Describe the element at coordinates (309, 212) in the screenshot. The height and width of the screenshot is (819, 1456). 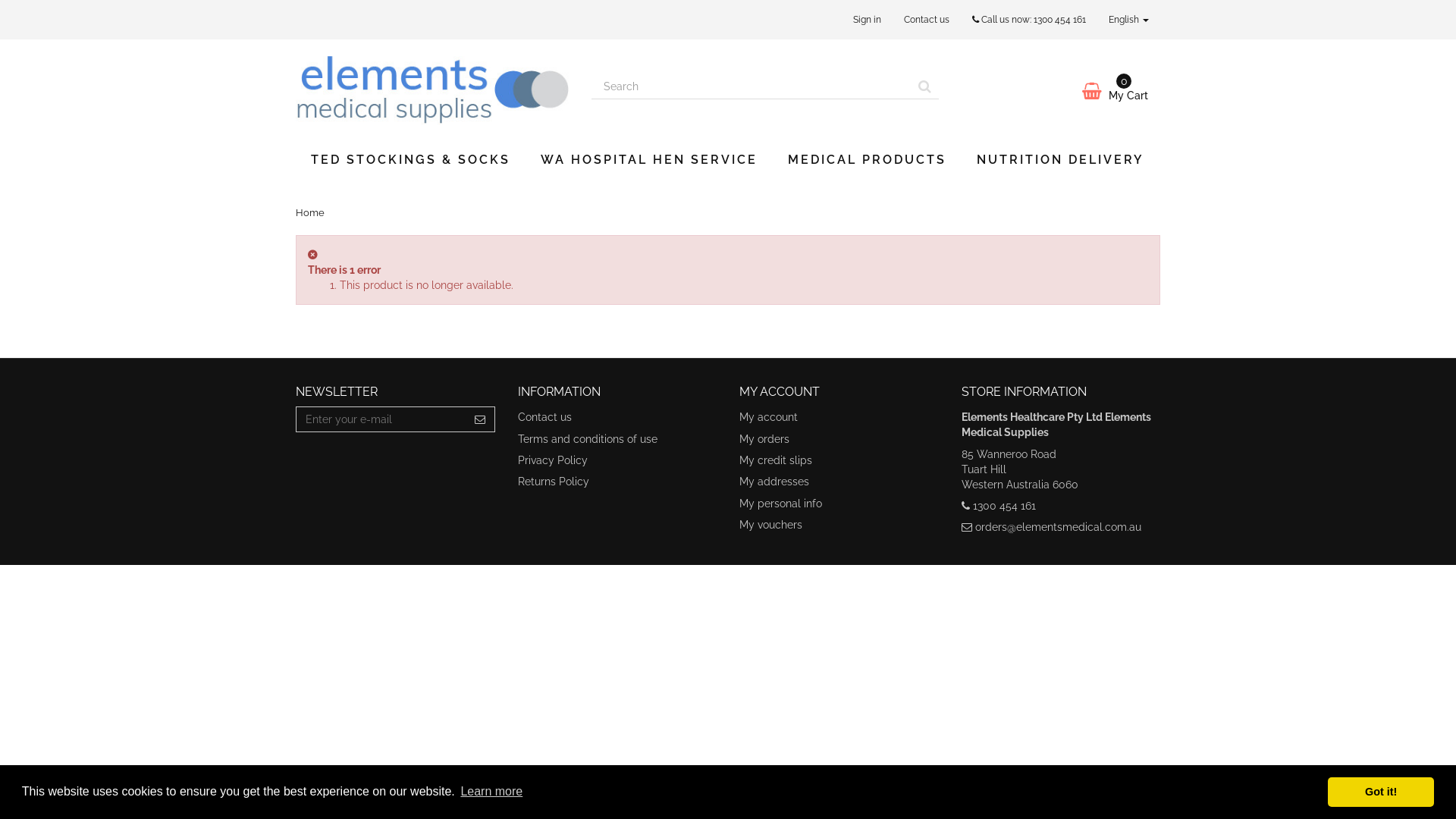
I see `'Home'` at that location.